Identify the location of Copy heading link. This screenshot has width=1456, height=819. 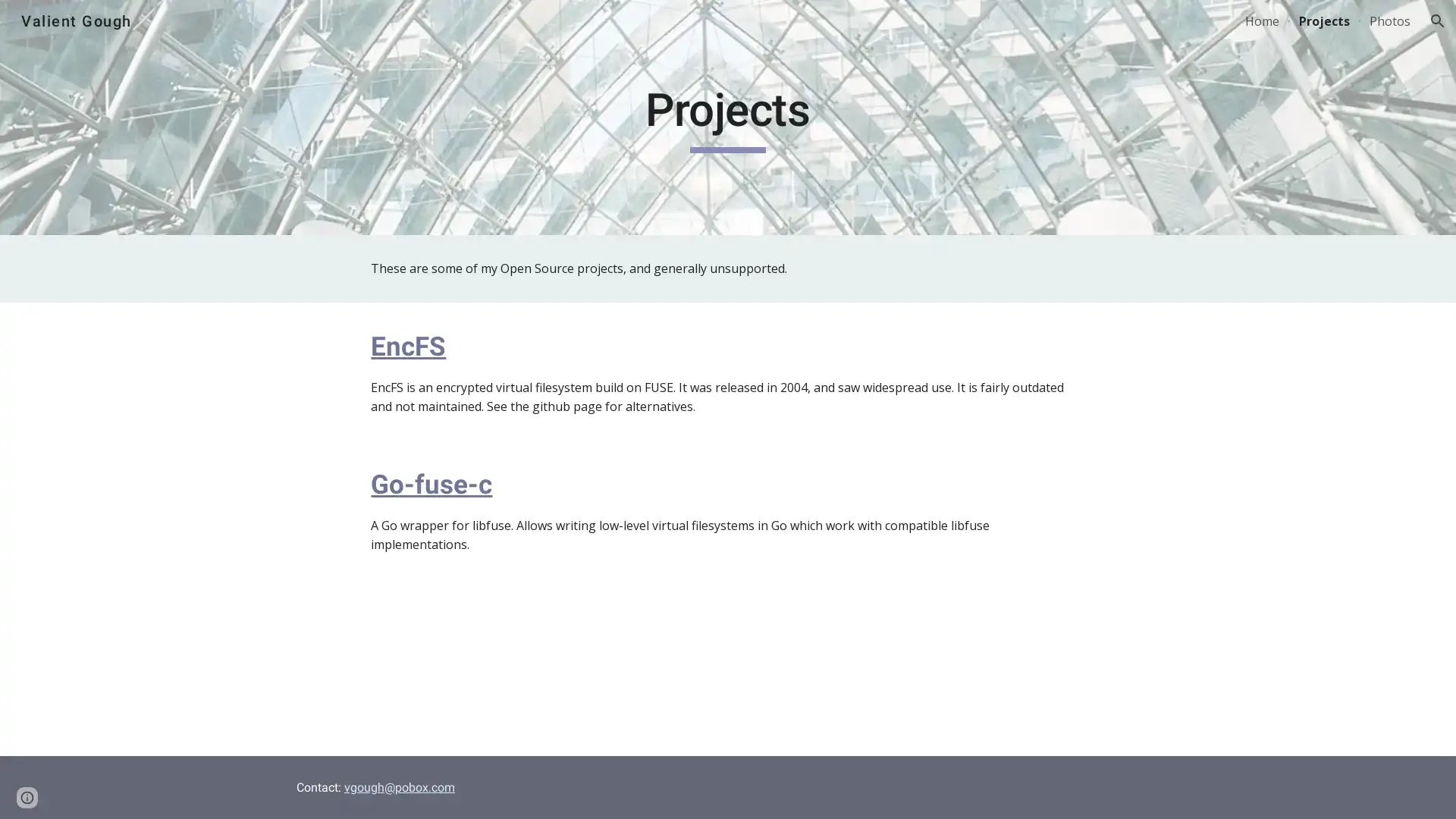
(462, 345).